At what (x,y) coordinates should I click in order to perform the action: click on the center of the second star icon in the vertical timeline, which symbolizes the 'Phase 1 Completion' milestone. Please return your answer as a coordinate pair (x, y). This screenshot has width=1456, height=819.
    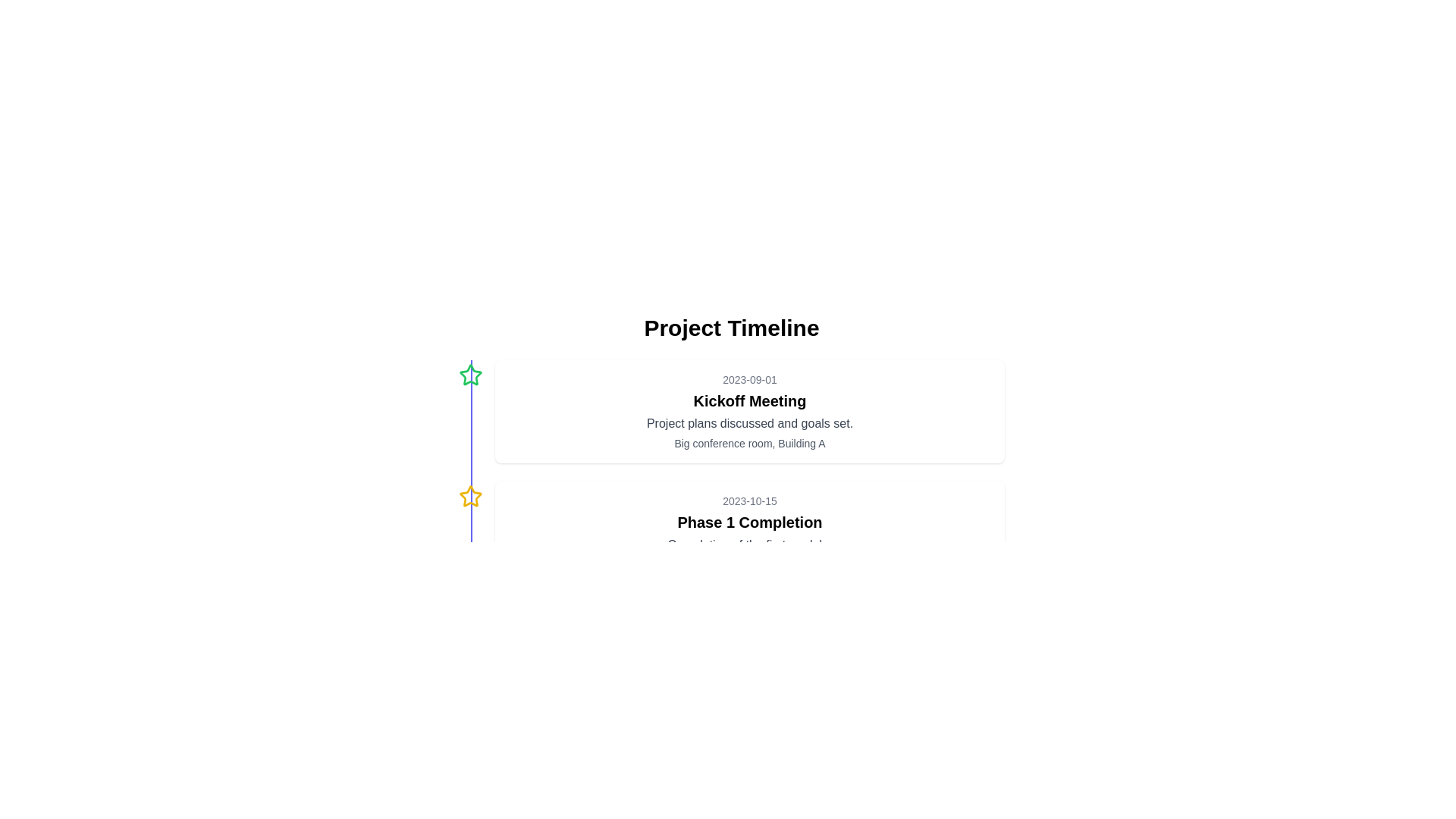
    Looking at the image, I should click on (469, 497).